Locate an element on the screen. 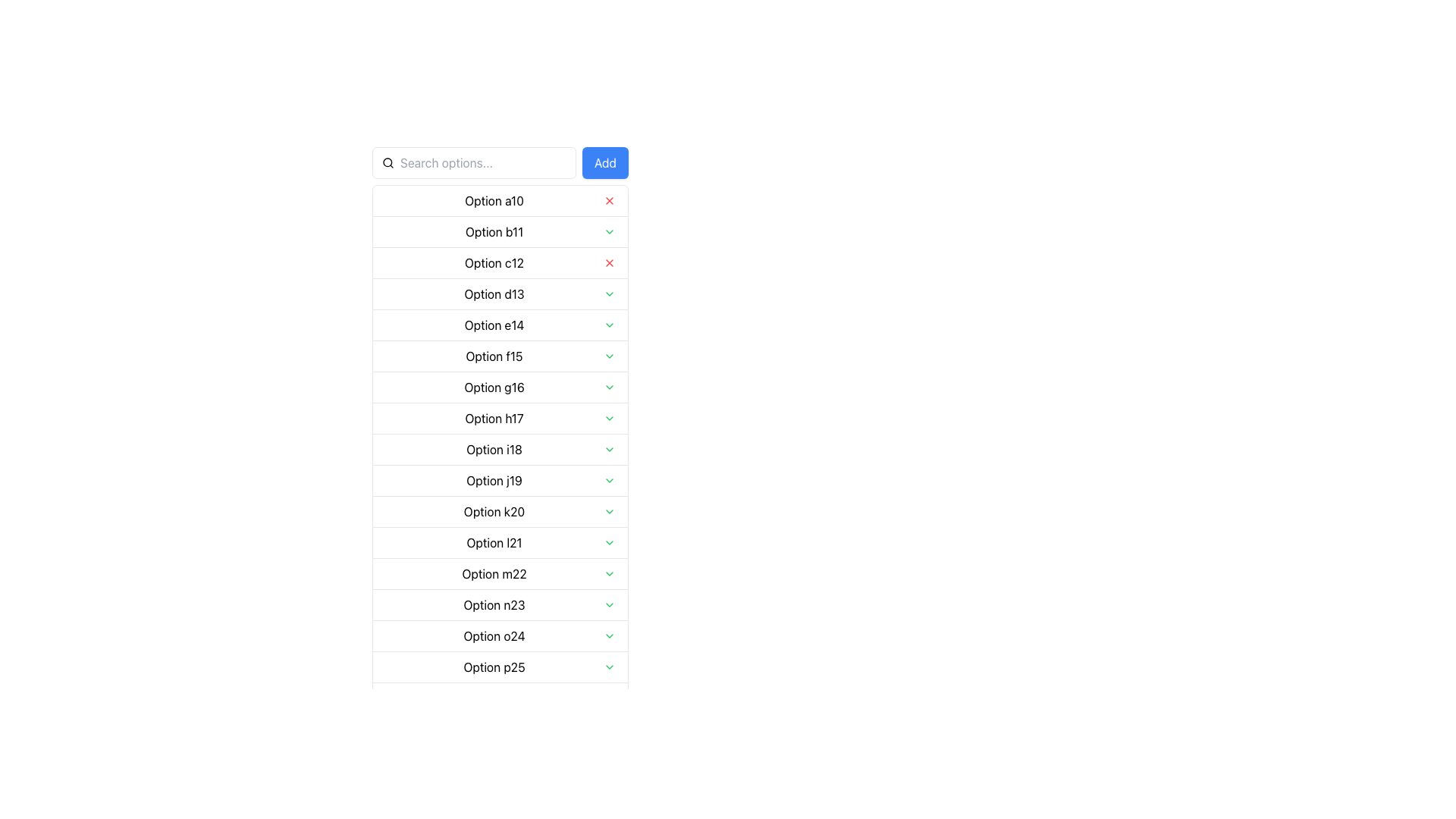 This screenshot has height=819, width=1456. the text label for 'Option o24' is located at coordinates (494, 636).